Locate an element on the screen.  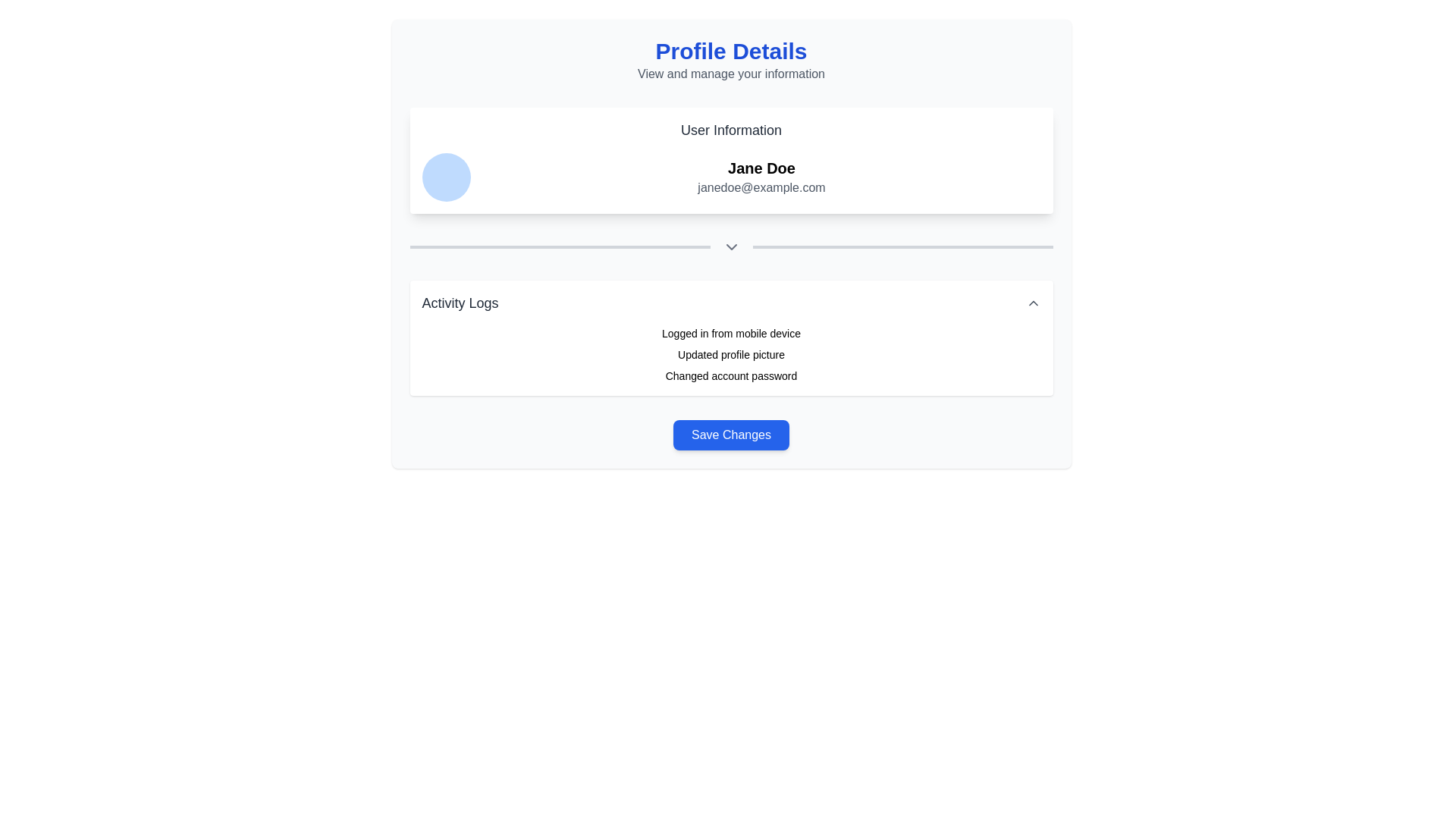
the Text Display Section located below the user information section showing 'Jane Doe' and 'janedoe@example.com' is located at coordinates (731, 337).